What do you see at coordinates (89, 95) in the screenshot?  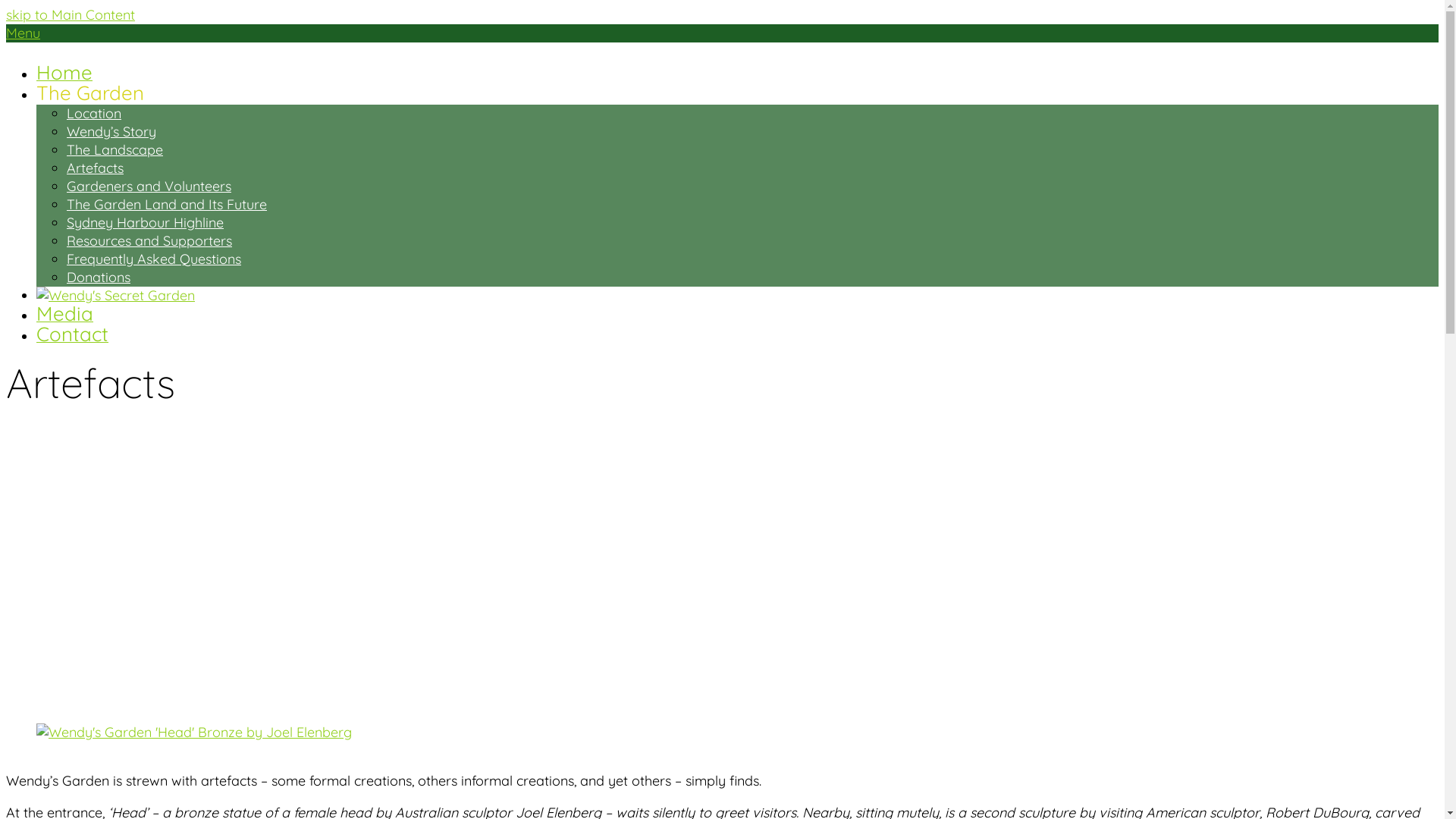 I see `'The Garden'` at bounding box center [89, 95].